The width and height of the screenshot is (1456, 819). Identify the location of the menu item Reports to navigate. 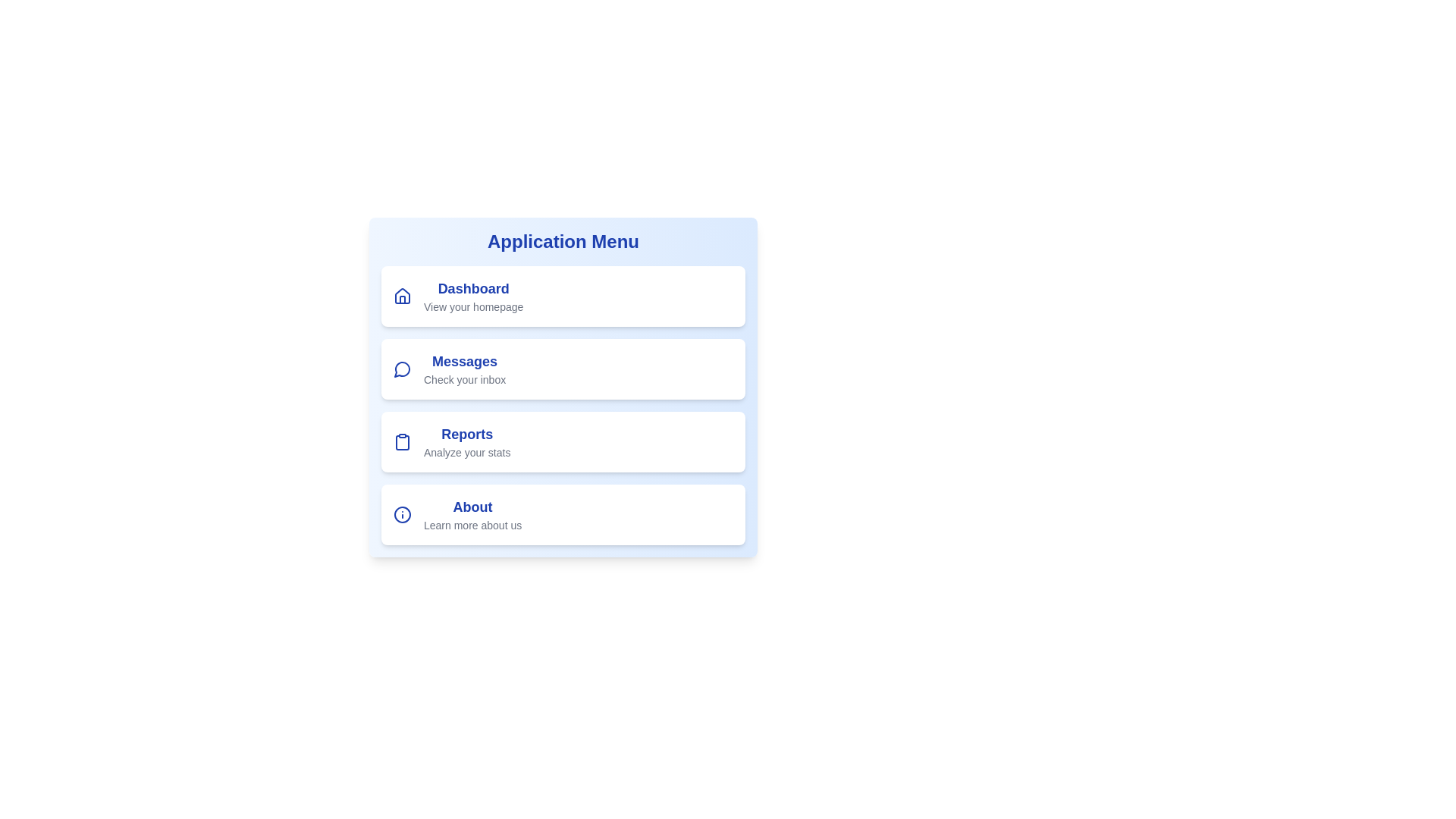
(563, 441).